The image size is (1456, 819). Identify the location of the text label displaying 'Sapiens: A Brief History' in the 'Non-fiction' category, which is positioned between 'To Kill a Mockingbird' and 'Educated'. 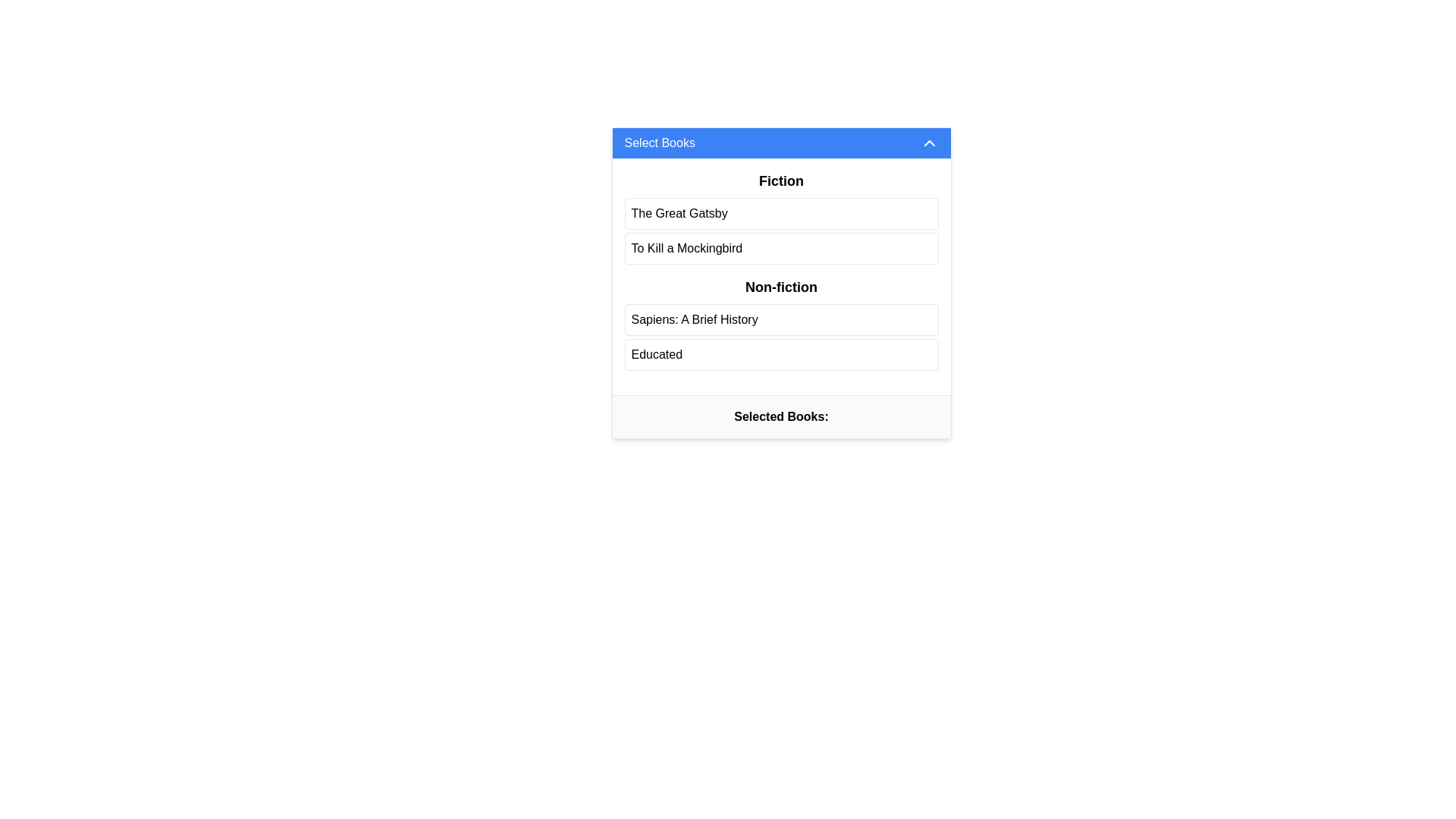
(694, 318).